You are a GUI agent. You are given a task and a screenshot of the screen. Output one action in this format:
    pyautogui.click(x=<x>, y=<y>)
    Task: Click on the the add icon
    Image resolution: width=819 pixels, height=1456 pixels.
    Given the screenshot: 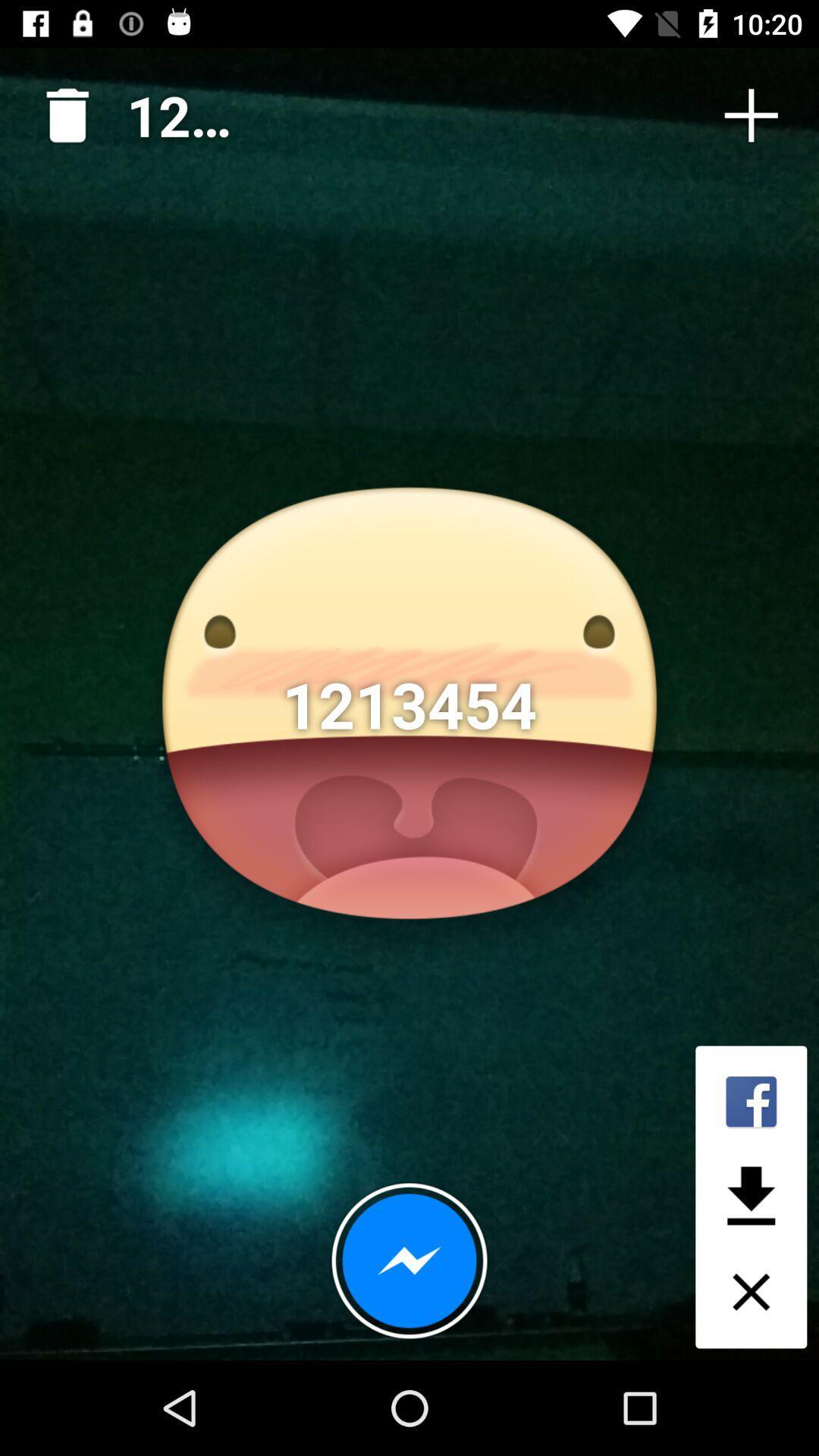 What is the action you would take?
    pyautogui.click(x=751, y=115)
    